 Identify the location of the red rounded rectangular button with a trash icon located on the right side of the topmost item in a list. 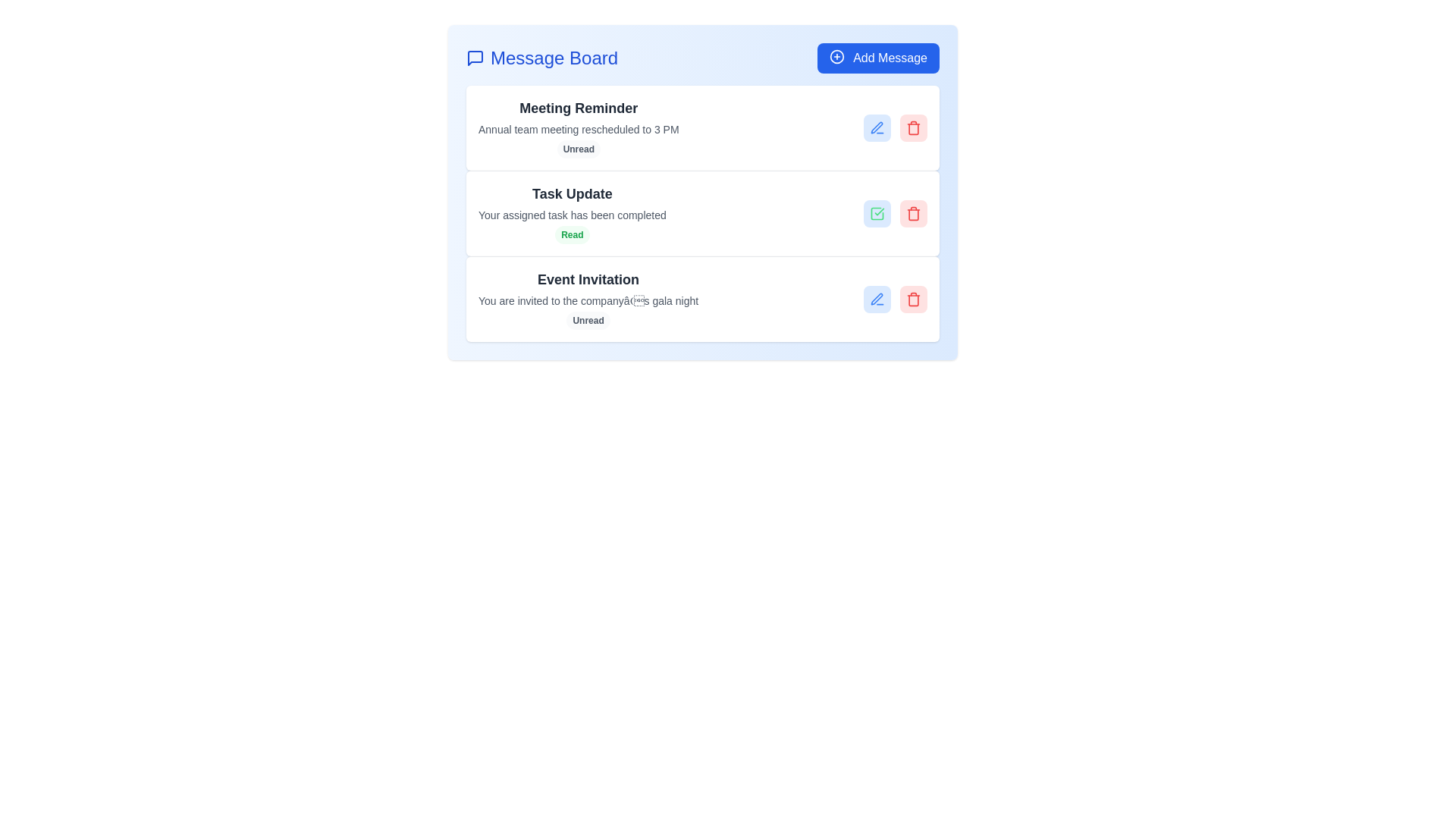
(912, 127).